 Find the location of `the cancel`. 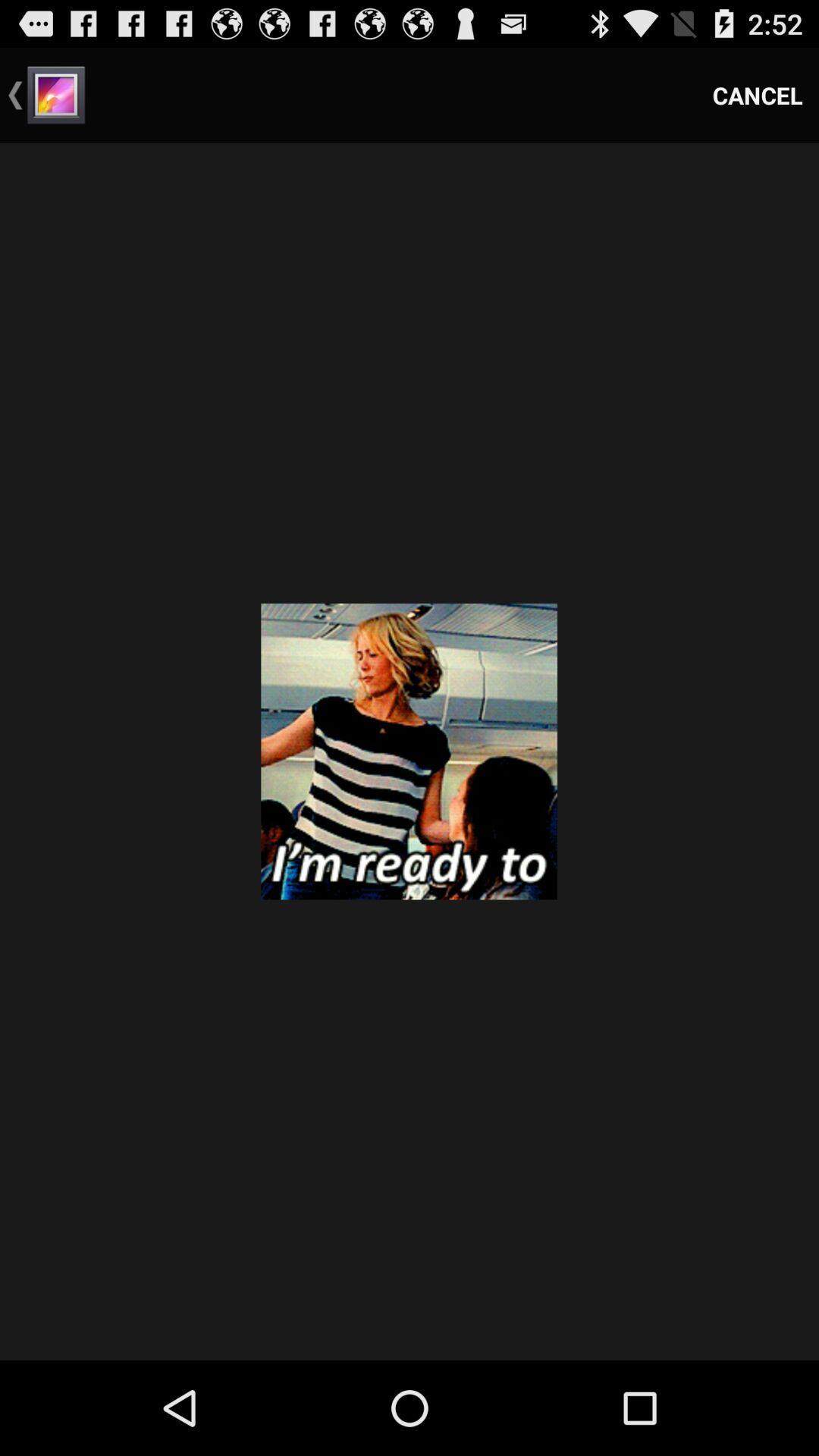

the cancel is located at coordinates (758, 94).